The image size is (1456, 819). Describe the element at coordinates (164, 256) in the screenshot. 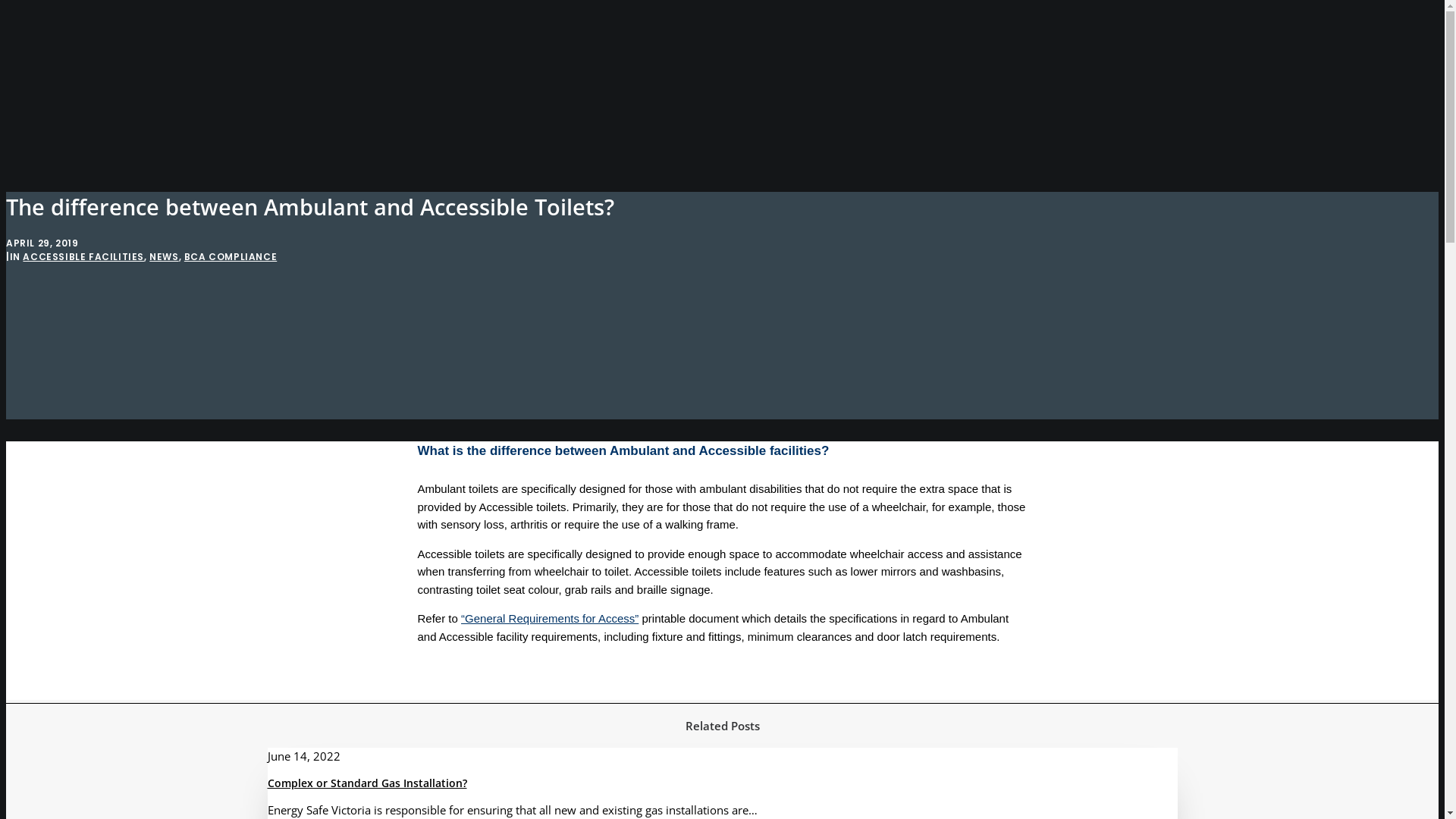

I see `'NEWS'` at that location.